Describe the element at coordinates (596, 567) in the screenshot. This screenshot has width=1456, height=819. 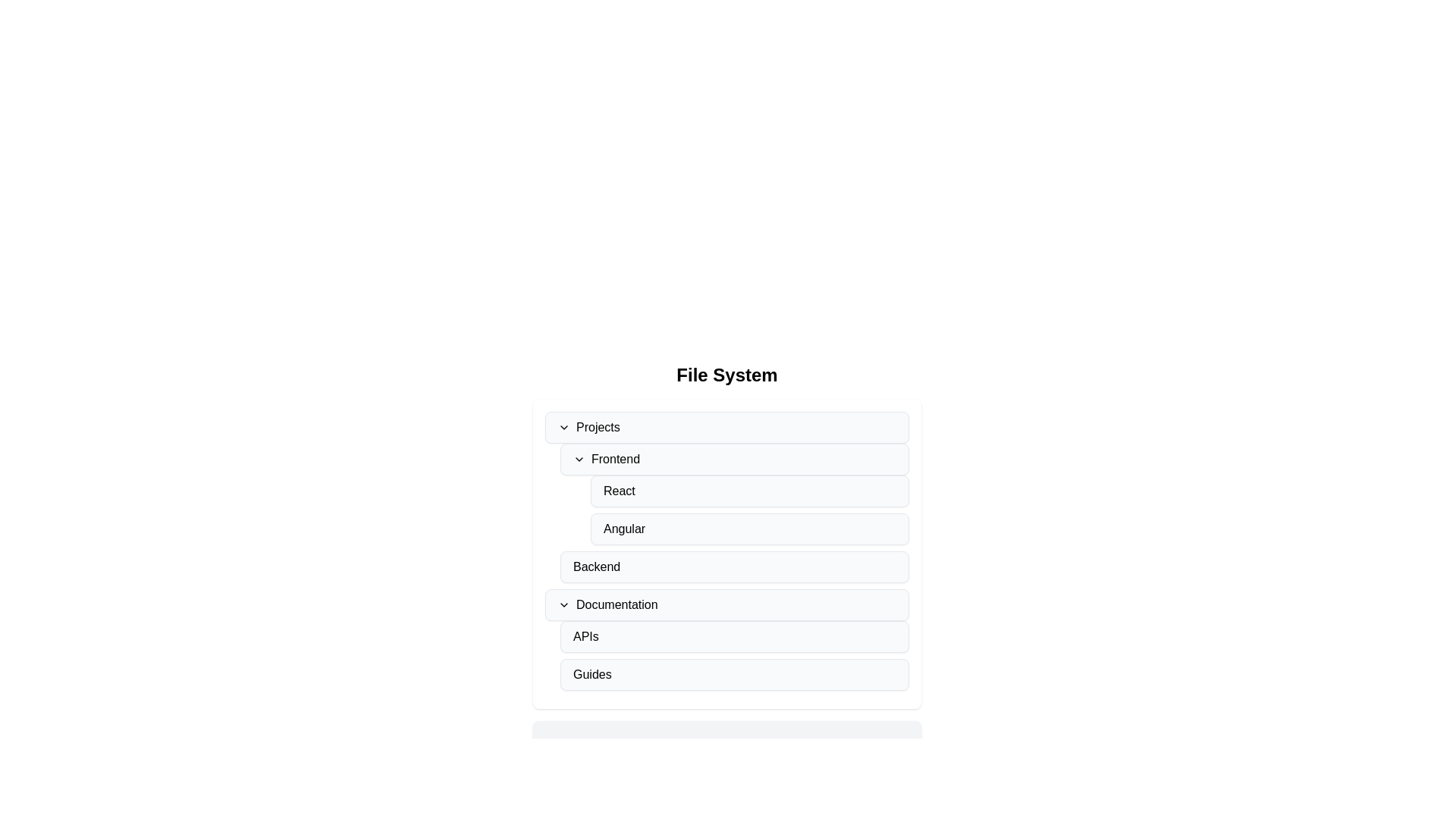
I see `the 'Backend' text-based navigational list item, which is displayed in a standard sans-serif font within a light gray rounded rectangle, located in the 'File System' interface under the 'Projects' section` at that location.